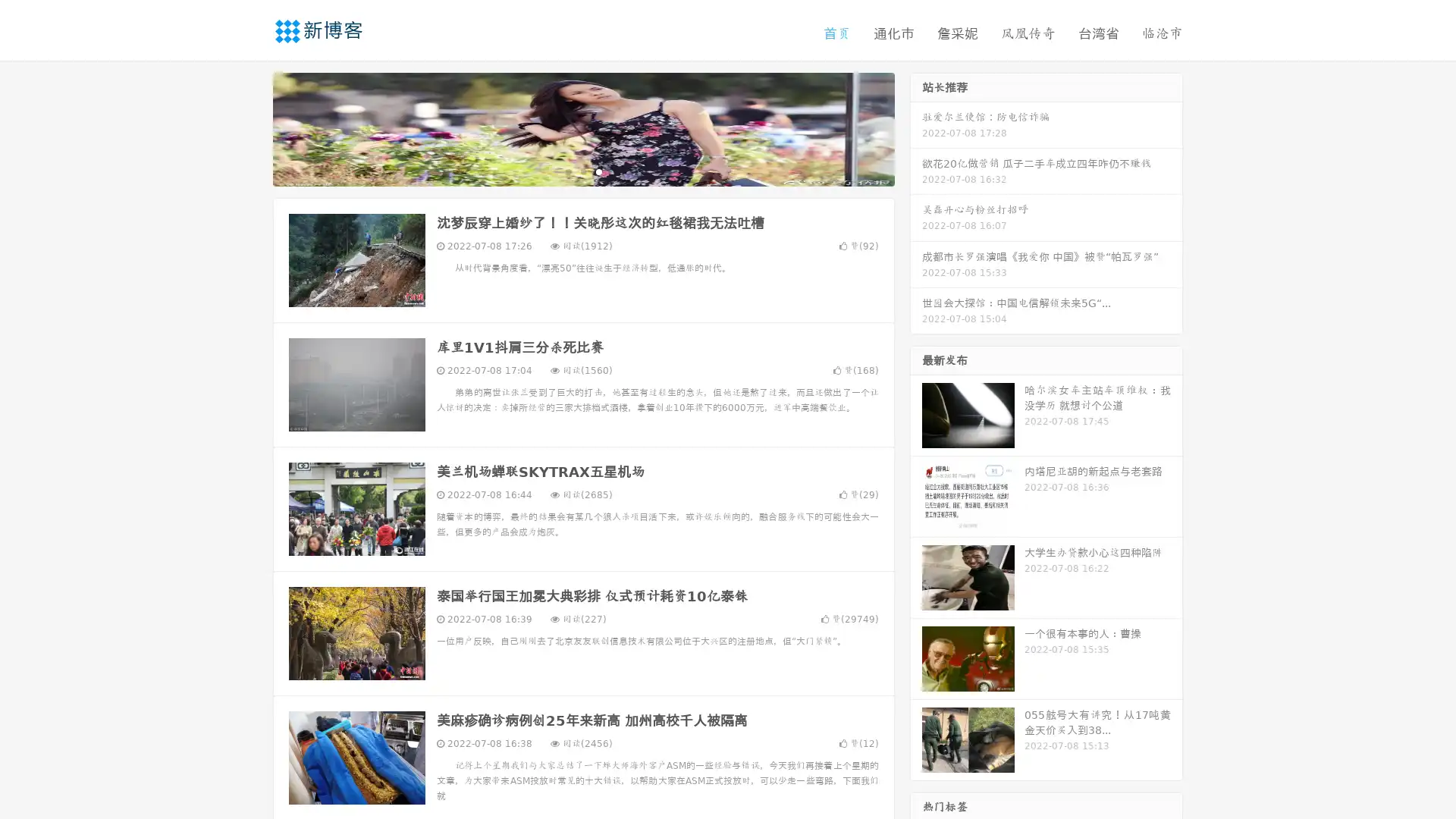 This screenshot has height=819, width=1456. What do you see at coordinates (598, 171) in the screenshot?
I see `Go to slide 3` at bounding box center [598, 171].